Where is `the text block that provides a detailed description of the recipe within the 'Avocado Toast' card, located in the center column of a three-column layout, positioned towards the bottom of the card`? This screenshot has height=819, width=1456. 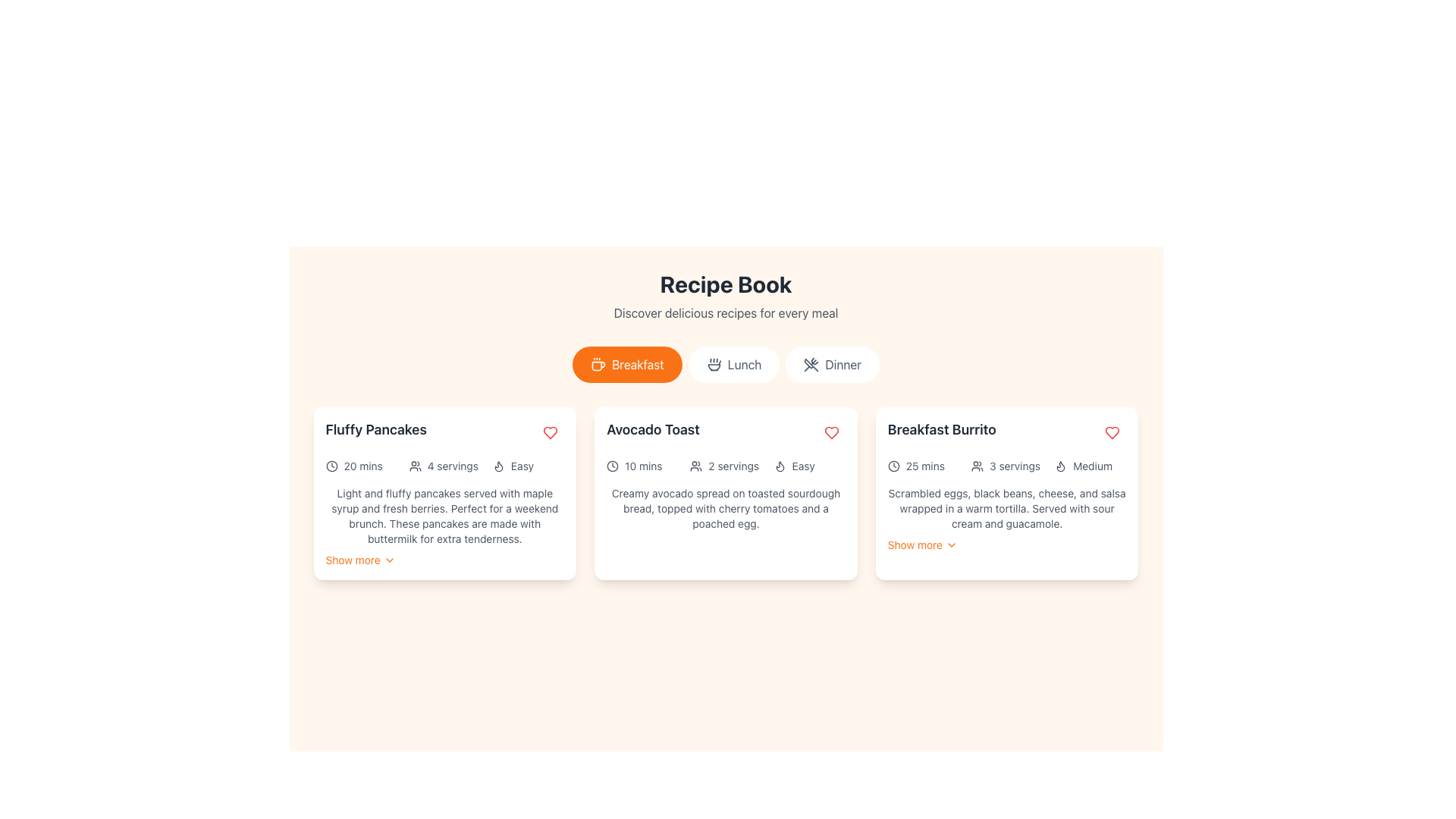 the text block that provides a detailed description of the recipe within the 'Avocado Toast' card, located in the center column of a three-column layout, positioned towards the bottom of the card is located at coordinates (725, 509).